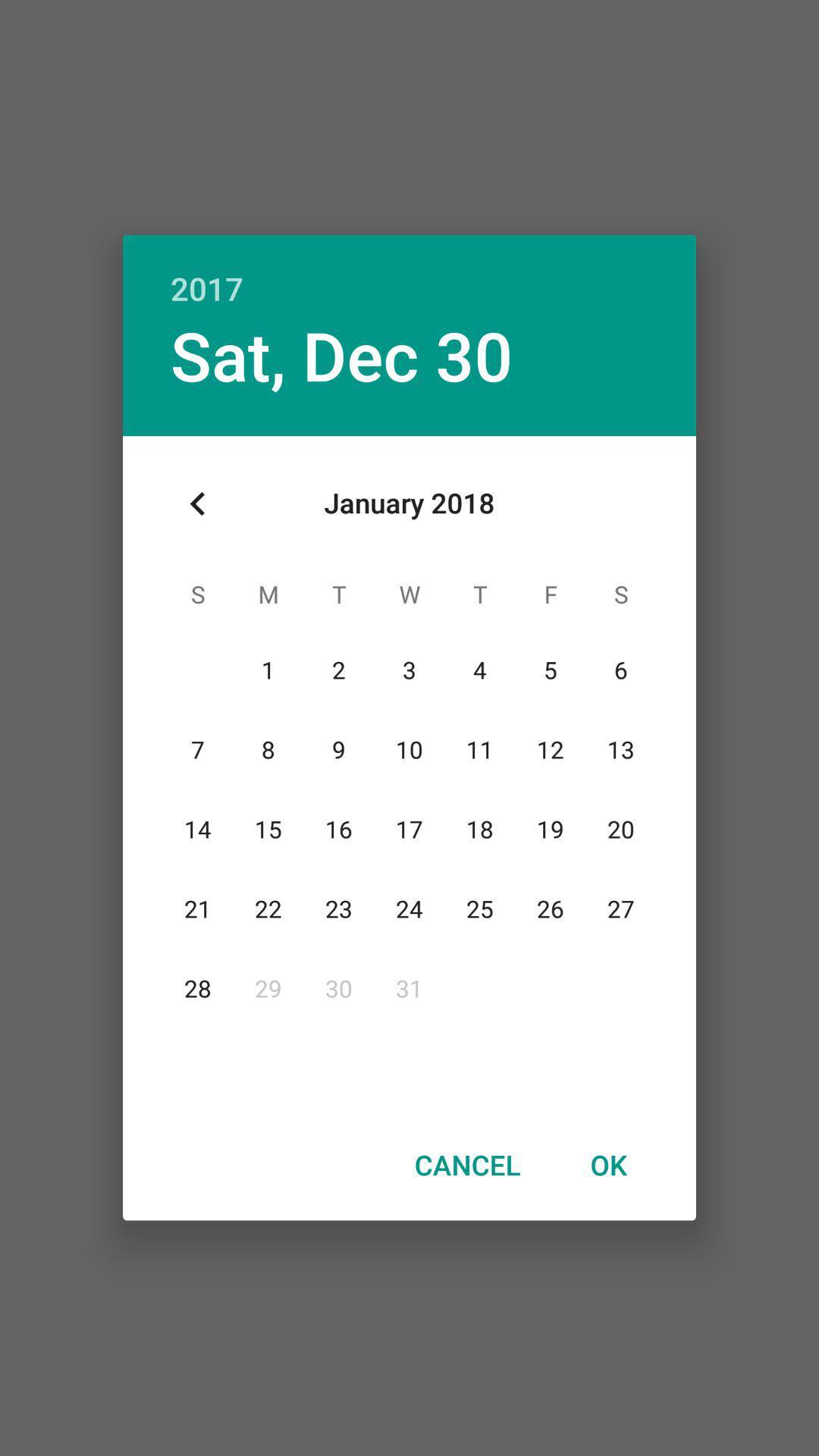 This screenshot has width=819, height=1456. I want to click on the item next to ok item, so click(466, 1164).